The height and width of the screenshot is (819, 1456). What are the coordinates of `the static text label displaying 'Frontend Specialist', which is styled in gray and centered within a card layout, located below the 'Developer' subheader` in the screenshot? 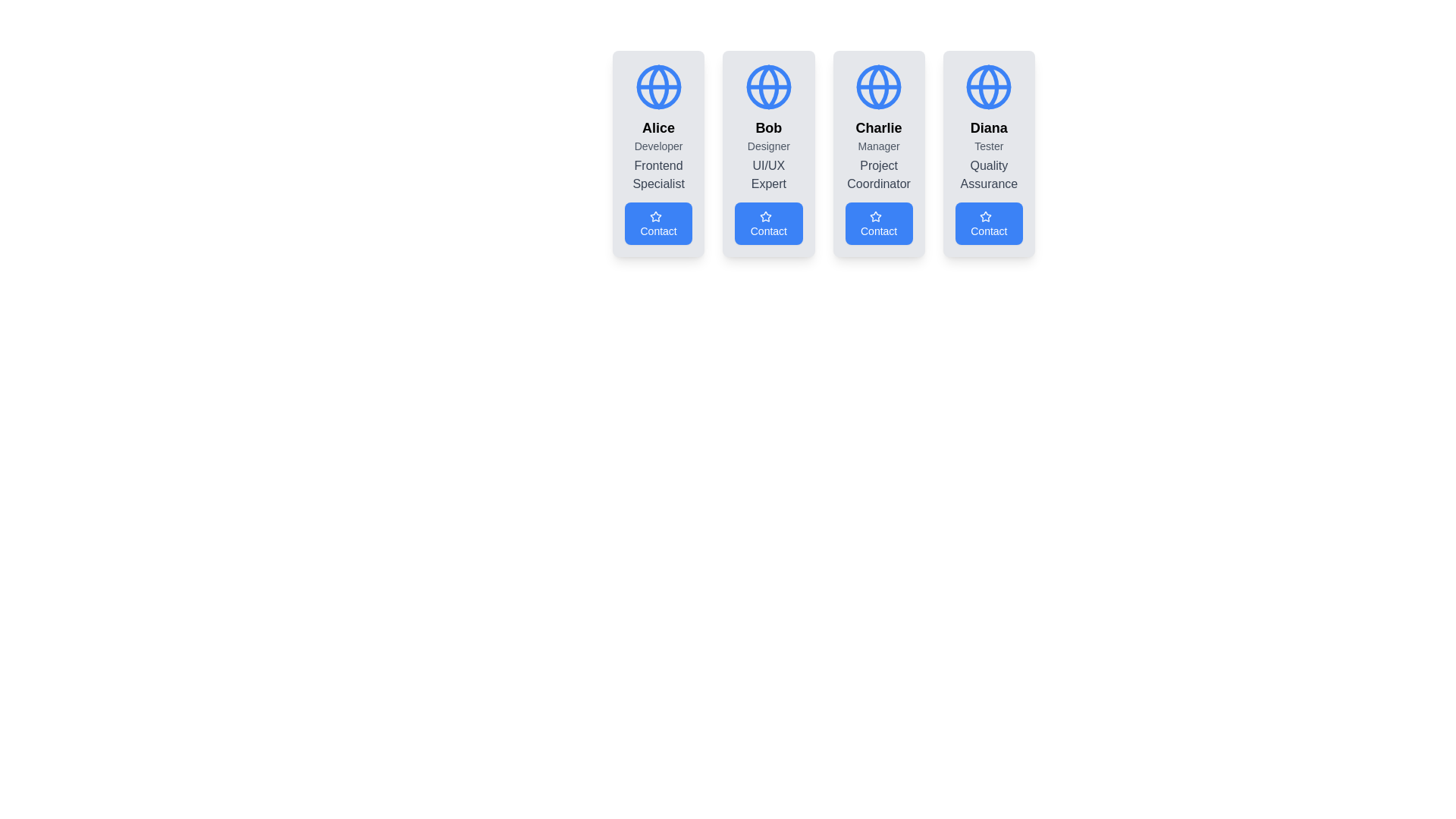 It's located at (658, 174).